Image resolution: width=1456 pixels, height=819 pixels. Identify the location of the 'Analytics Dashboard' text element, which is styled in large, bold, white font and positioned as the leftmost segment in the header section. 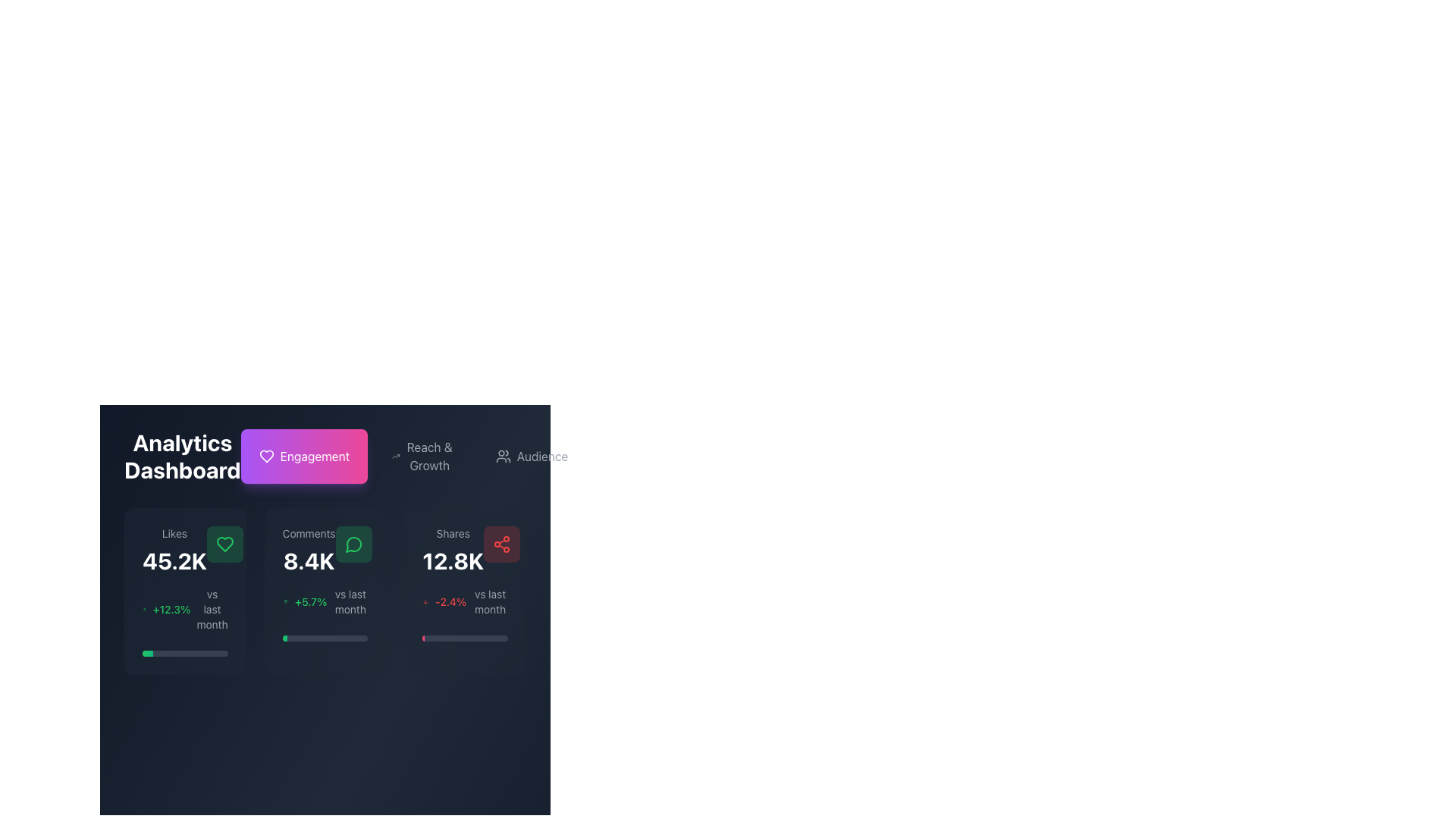
(182, 455).